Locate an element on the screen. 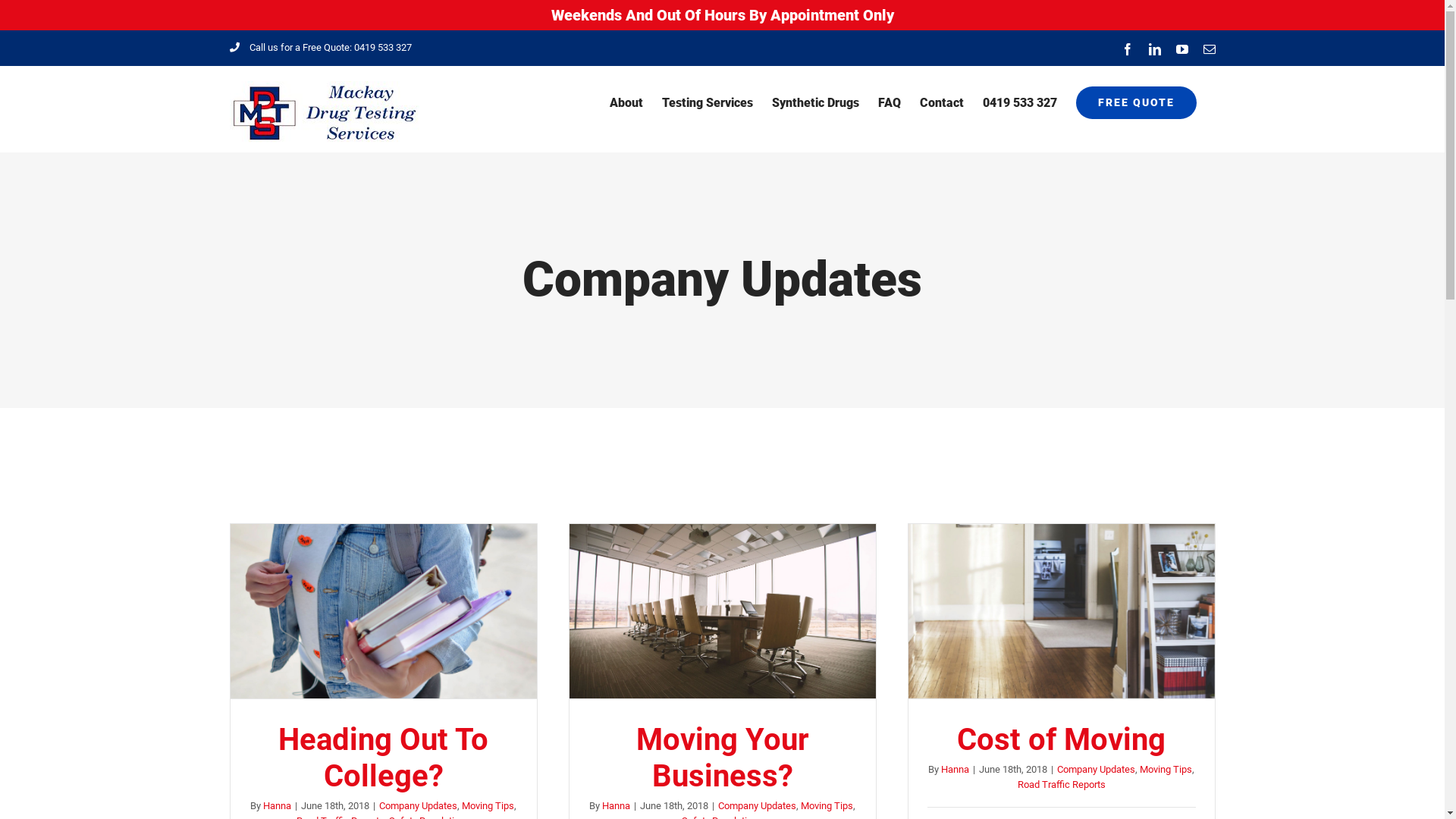 The height and width of the screenshot is (819, 1456). 'FAQ' is located at coordinates (889, 102).